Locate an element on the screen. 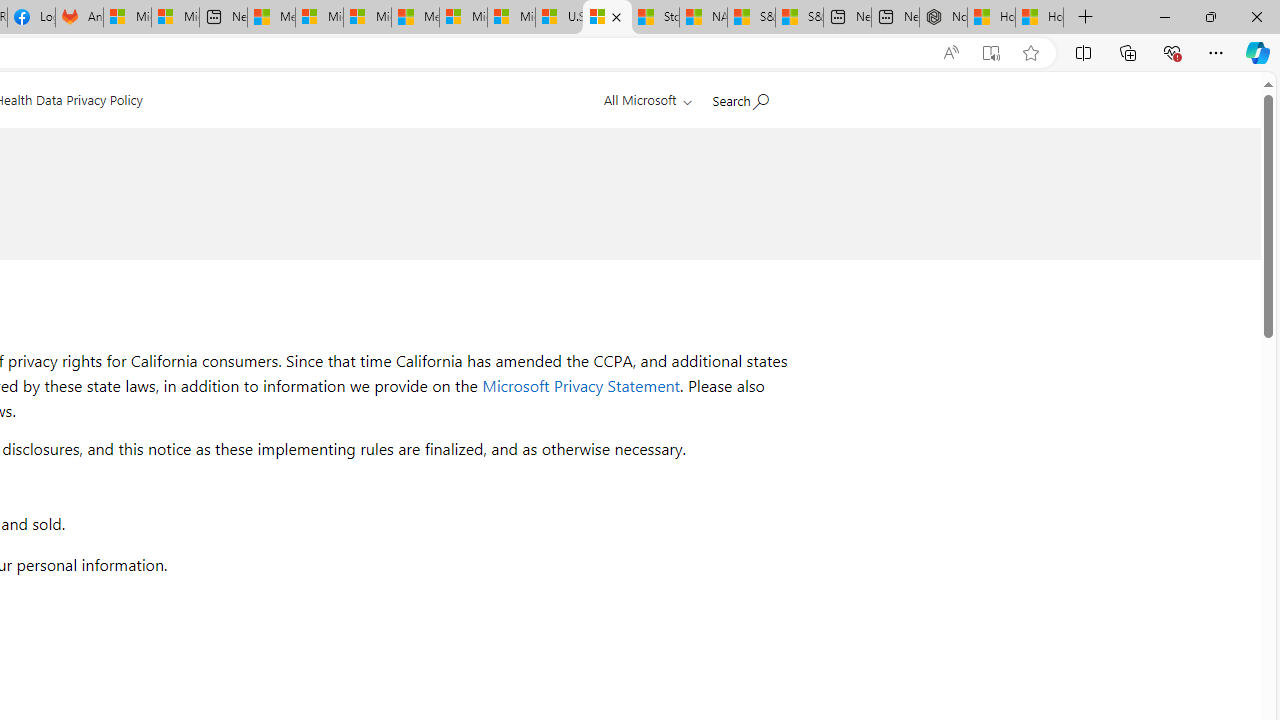 The image size is (1280, 720). 'Settings and more (Alt+F)' is located at coordinates (1215, 51).